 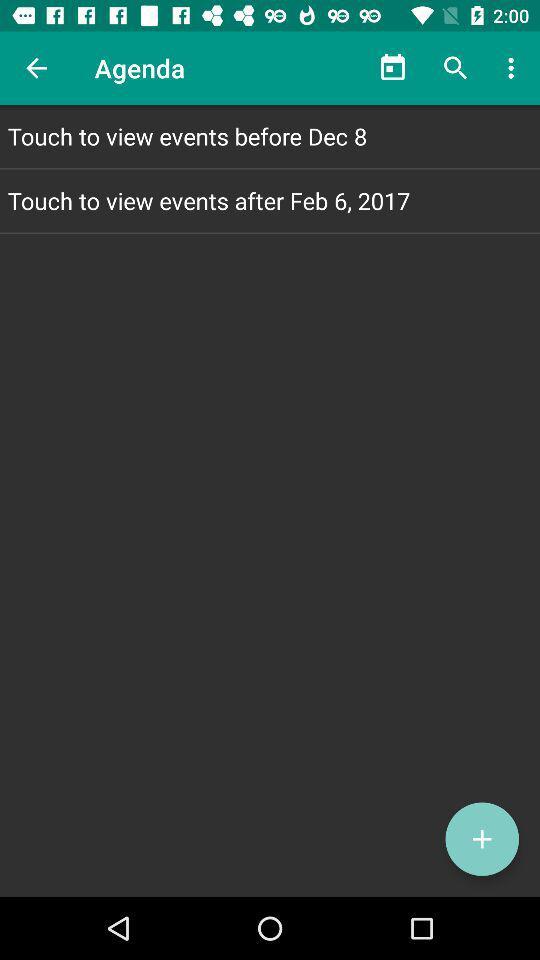 I want to click on item next to agenda icon, so click(x=36, y=68).